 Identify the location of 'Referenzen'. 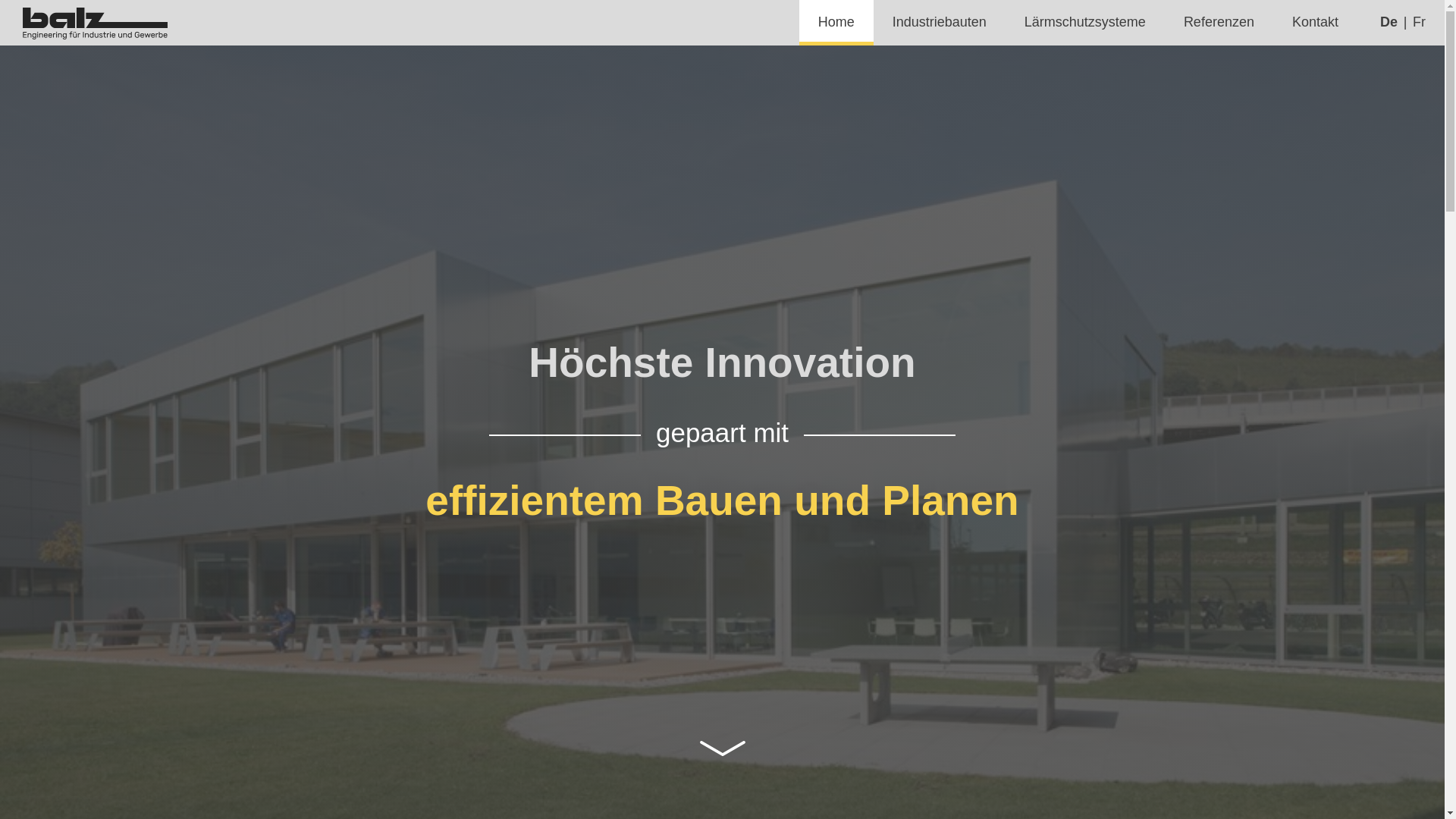
(1219, 23).